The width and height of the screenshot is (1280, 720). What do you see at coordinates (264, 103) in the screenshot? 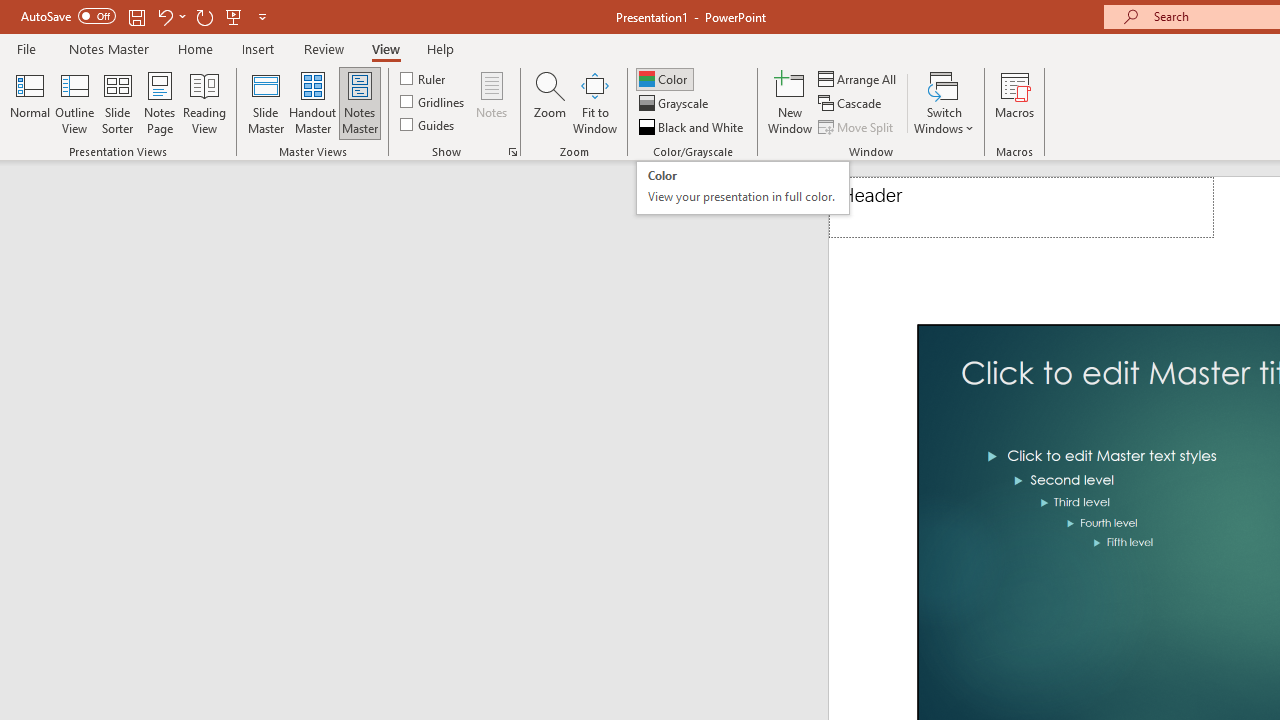
I see `'Slide Master'` at bounding box center [264, 103].